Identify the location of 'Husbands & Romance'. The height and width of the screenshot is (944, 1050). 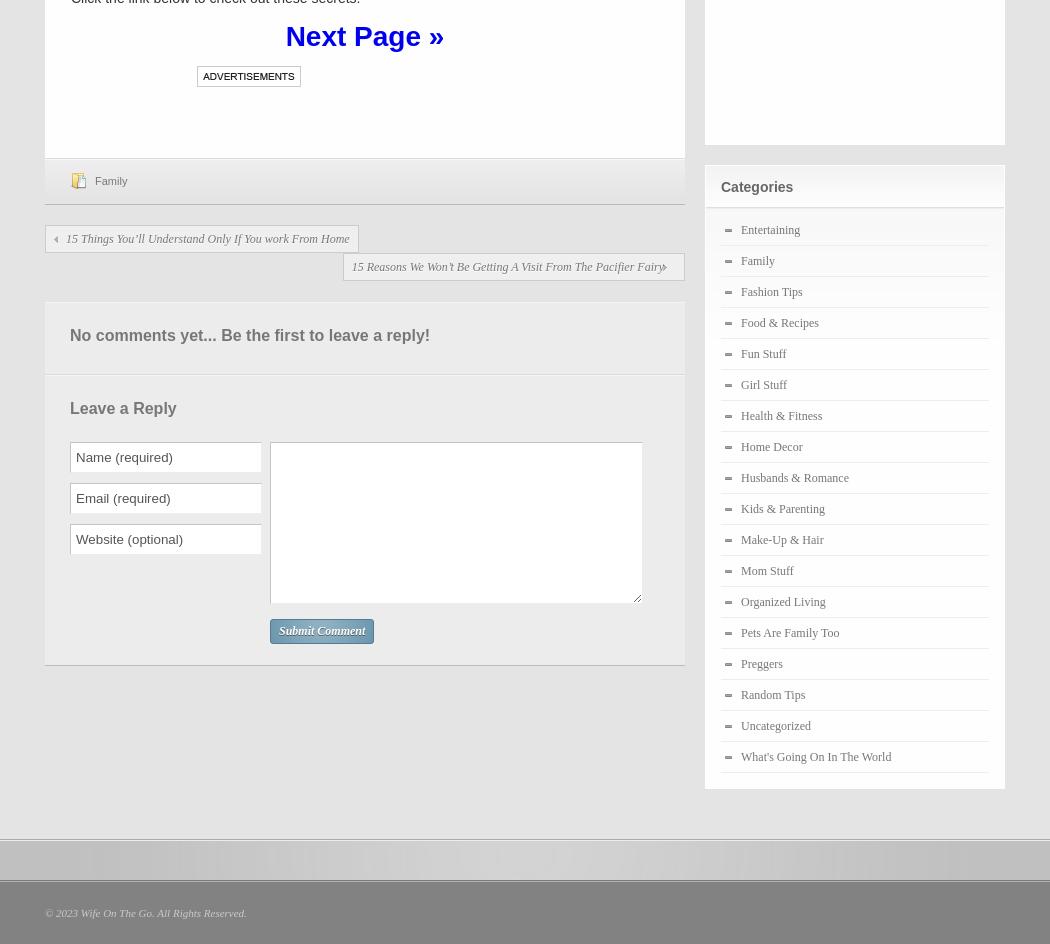
(793, 478).